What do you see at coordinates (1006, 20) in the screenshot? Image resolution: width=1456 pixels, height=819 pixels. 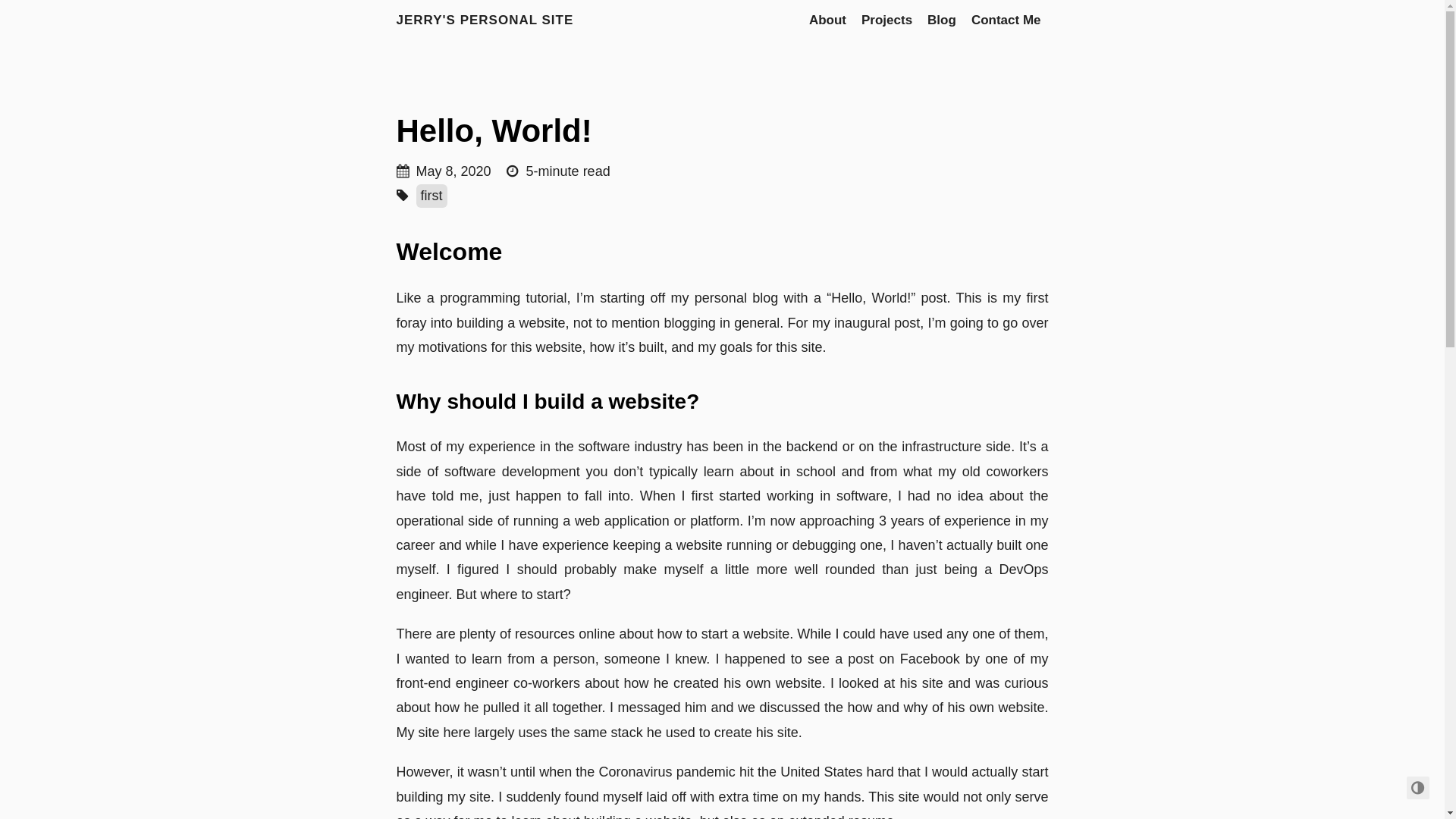 I see `'Contact Me'` at bounding box center [1006, 20].